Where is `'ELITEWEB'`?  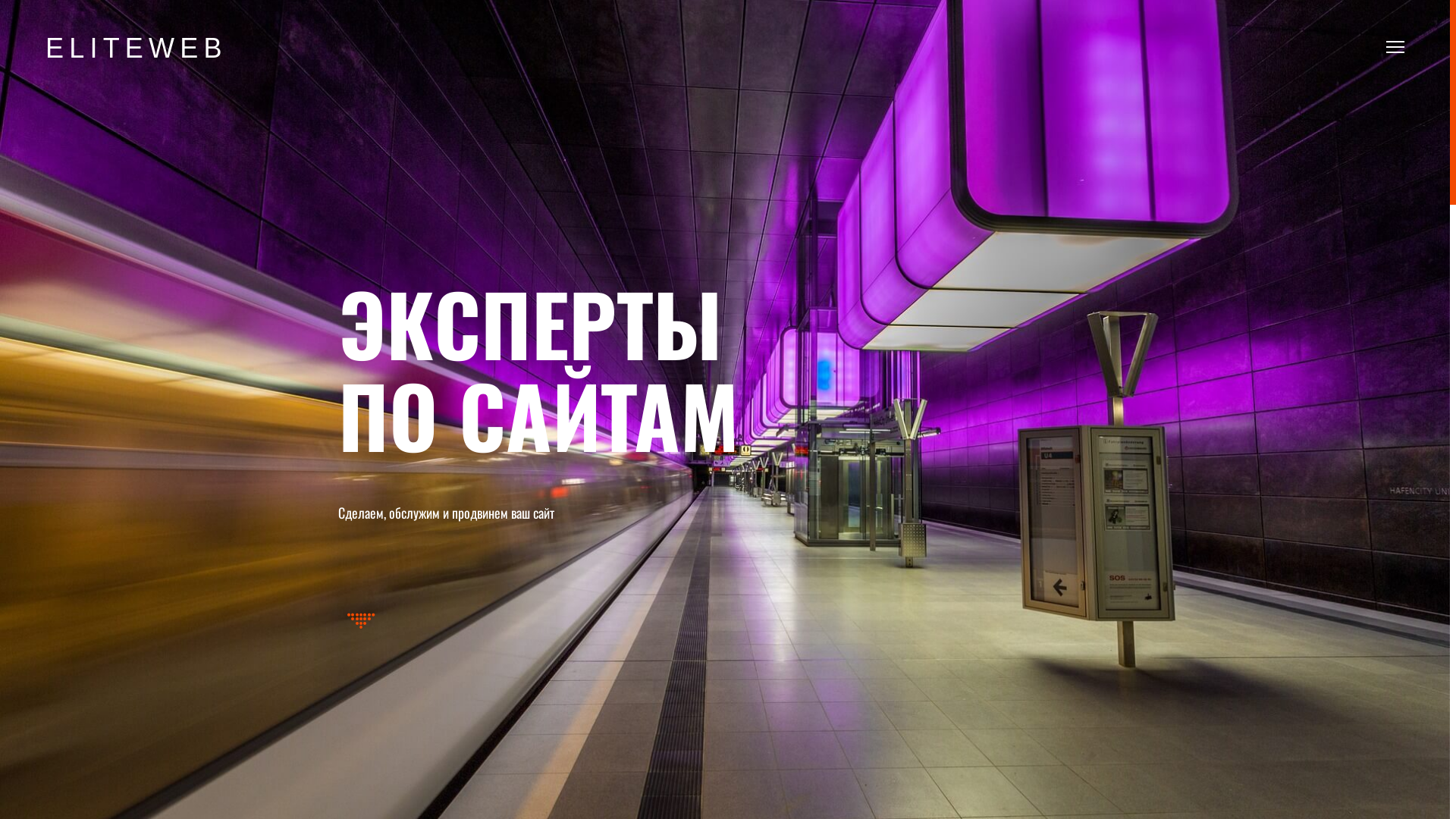
'ELITEWEB' is located at coordinates (136, 48).